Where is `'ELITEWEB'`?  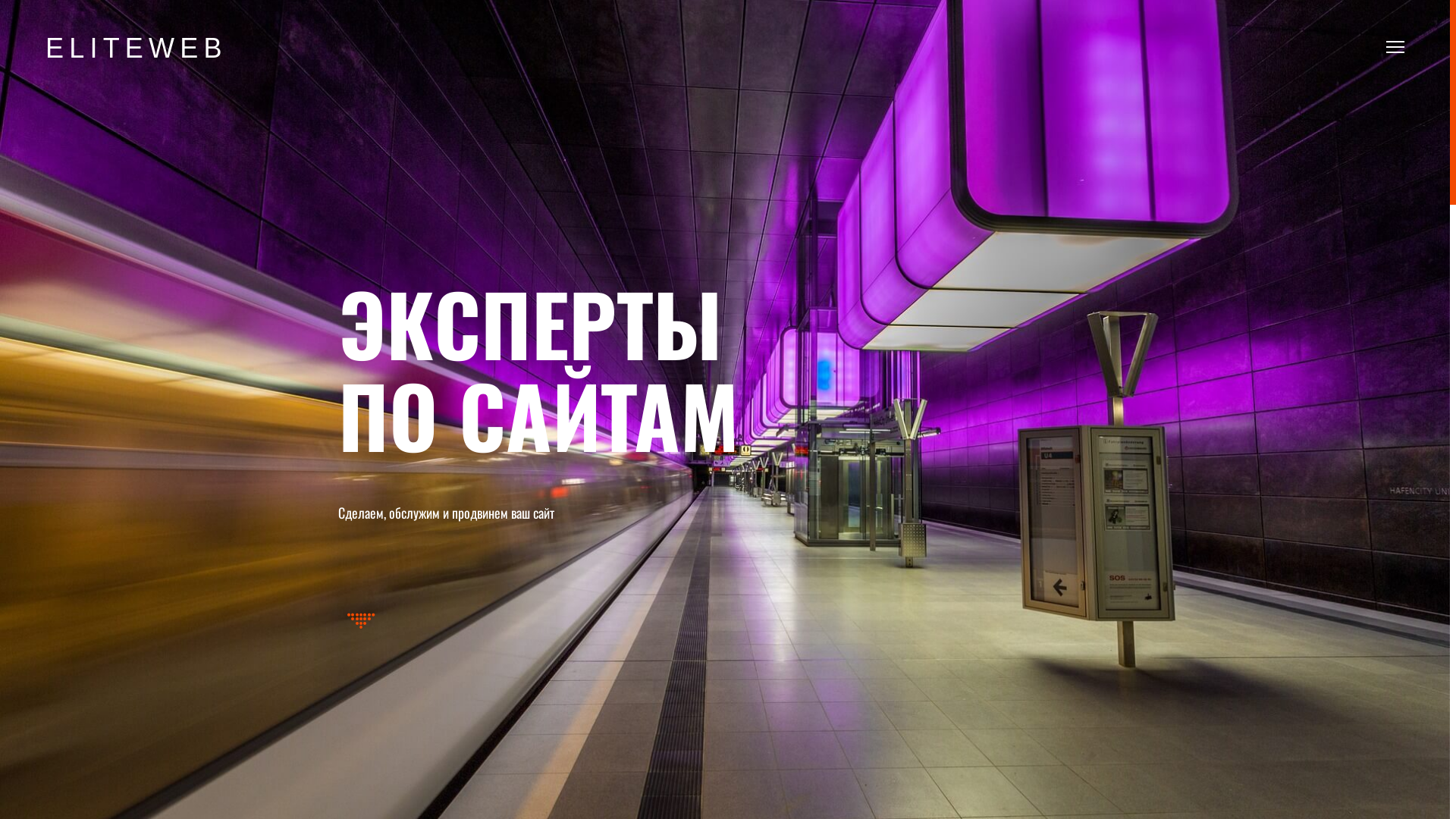
'ELITEWEB' is located at coordinates (136, 48).